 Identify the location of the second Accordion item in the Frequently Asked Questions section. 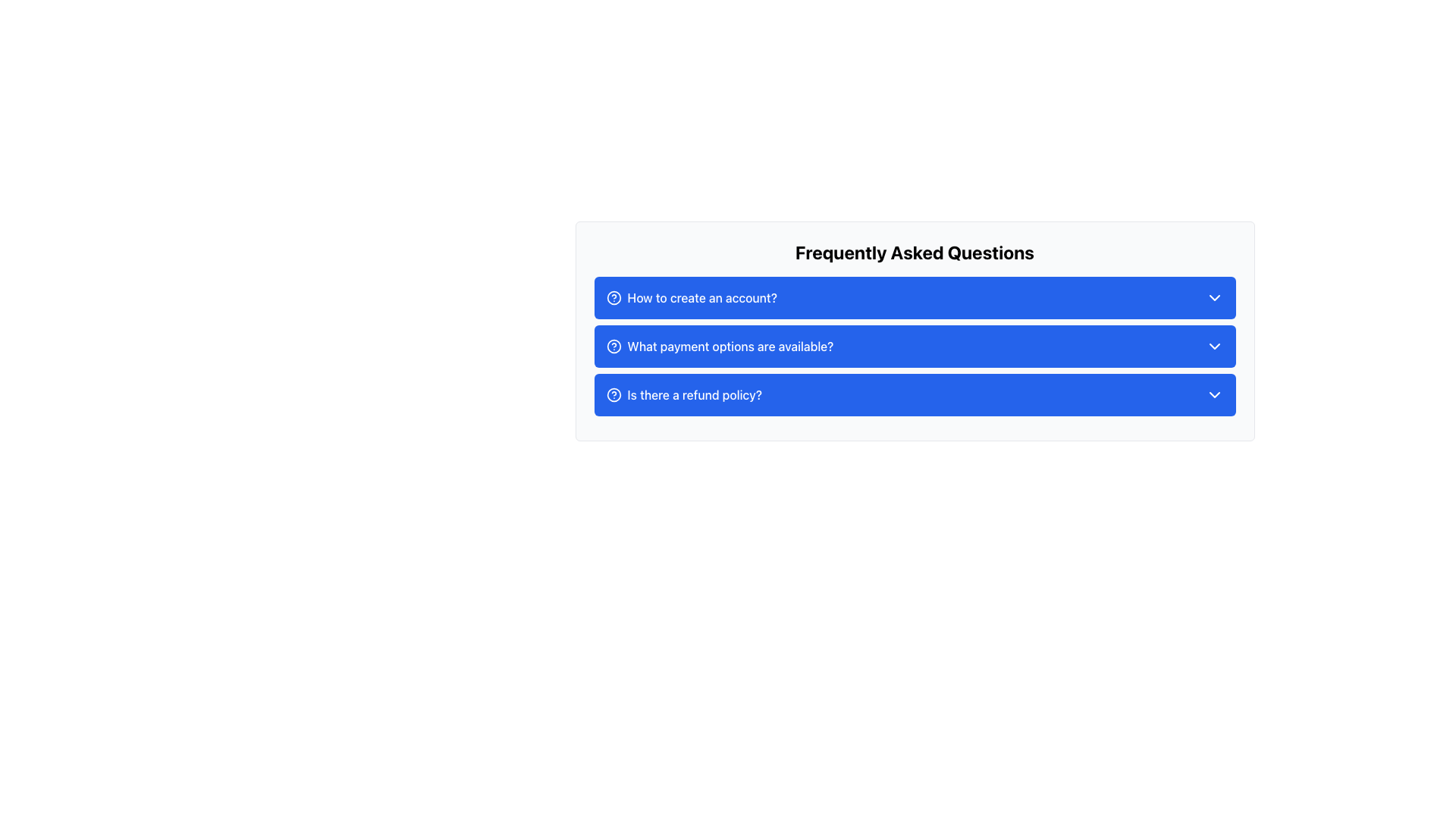
(914, 330).